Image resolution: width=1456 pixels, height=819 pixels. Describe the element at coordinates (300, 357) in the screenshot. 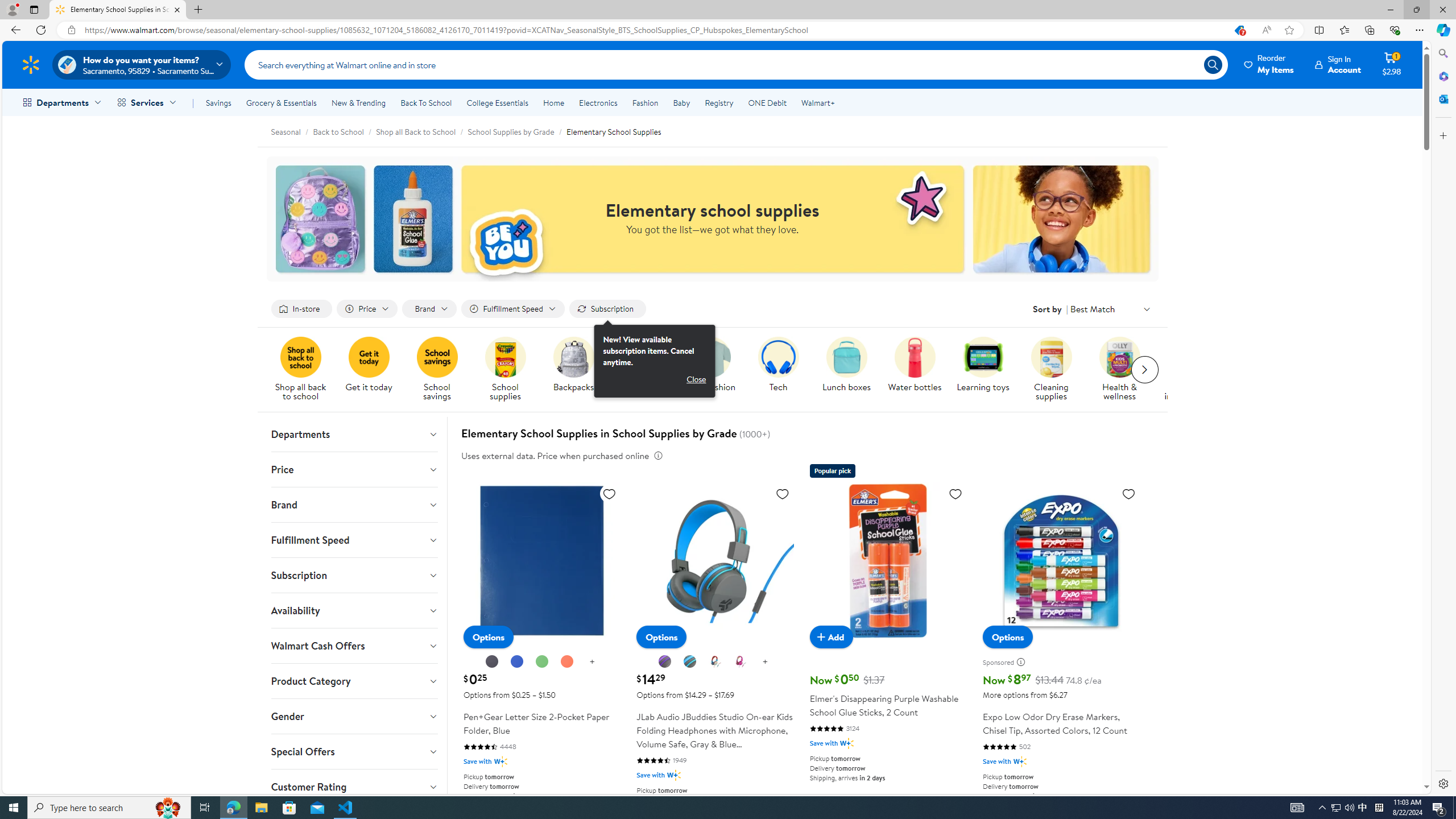

I see `'Shop all back to school'` at that location.